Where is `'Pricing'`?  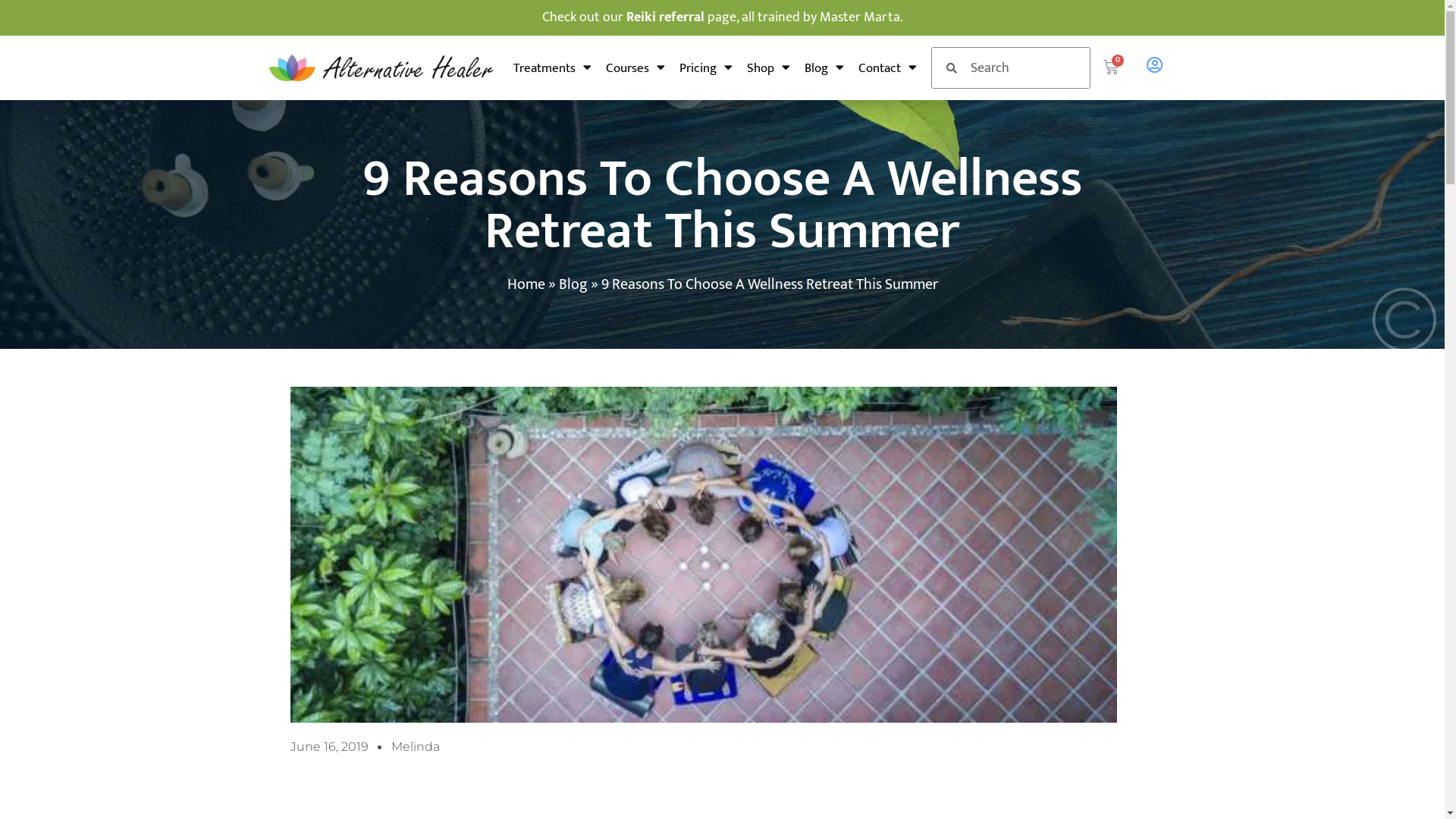 'Pricing' is located at coordinates (705, 66).